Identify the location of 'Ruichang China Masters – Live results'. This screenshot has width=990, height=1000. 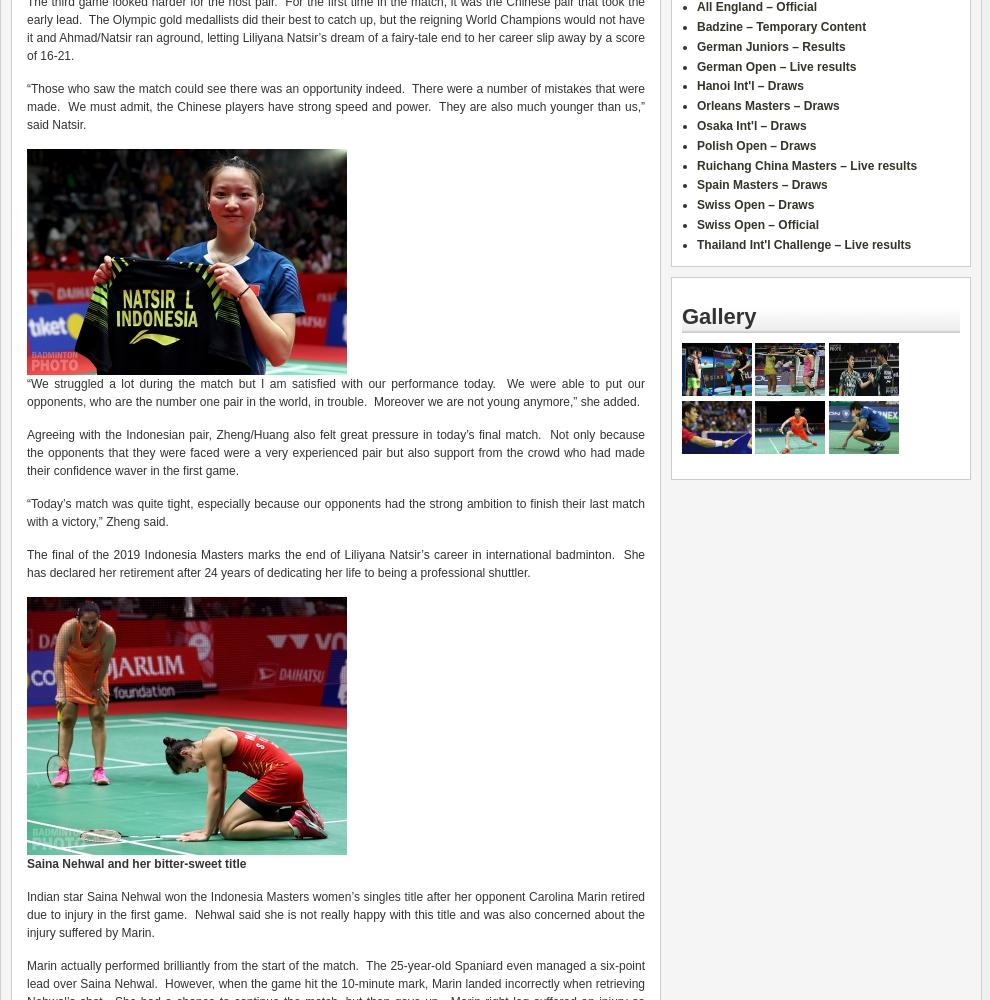
(806, 165).